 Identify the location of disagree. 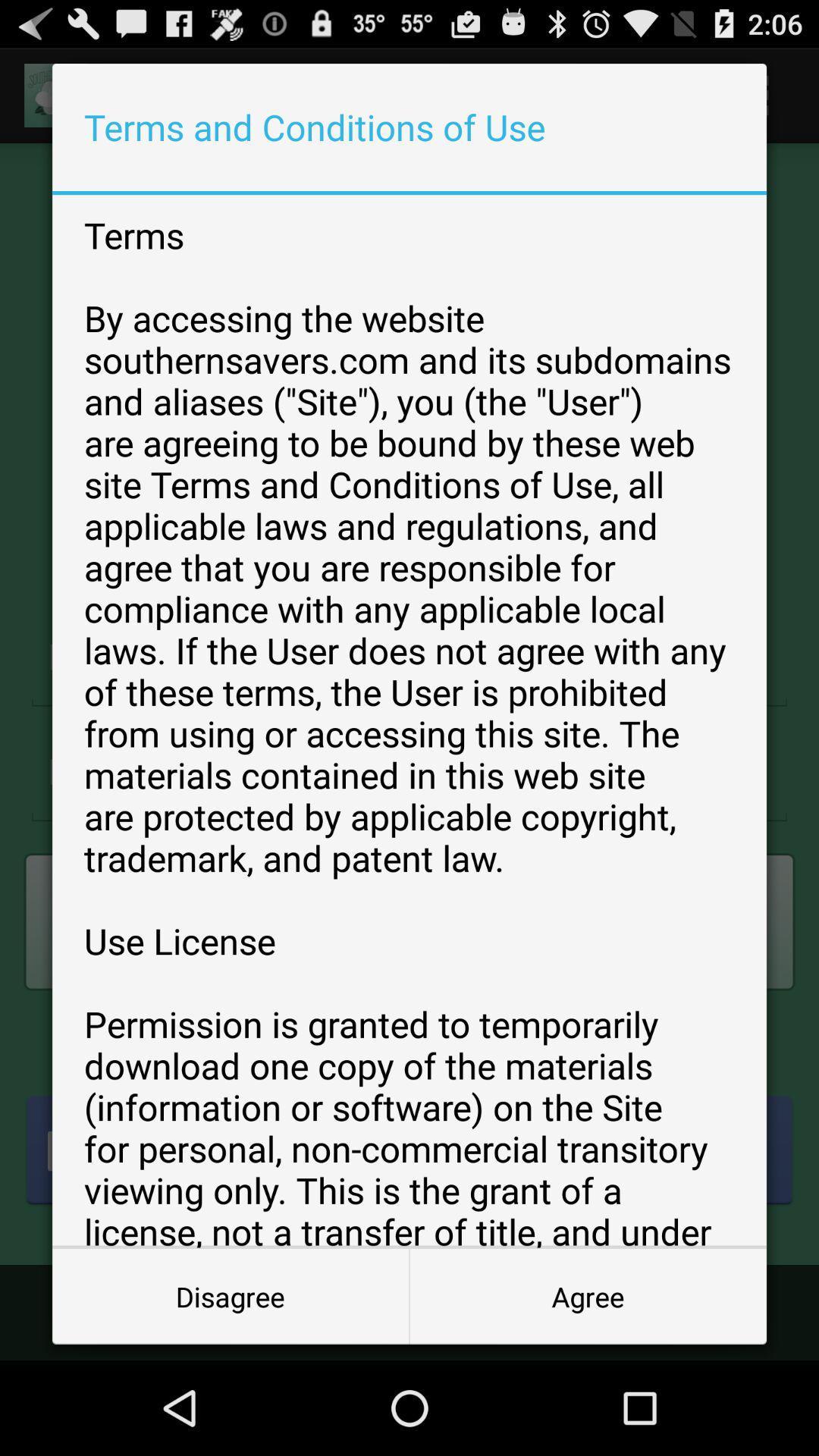
(231, 1295).